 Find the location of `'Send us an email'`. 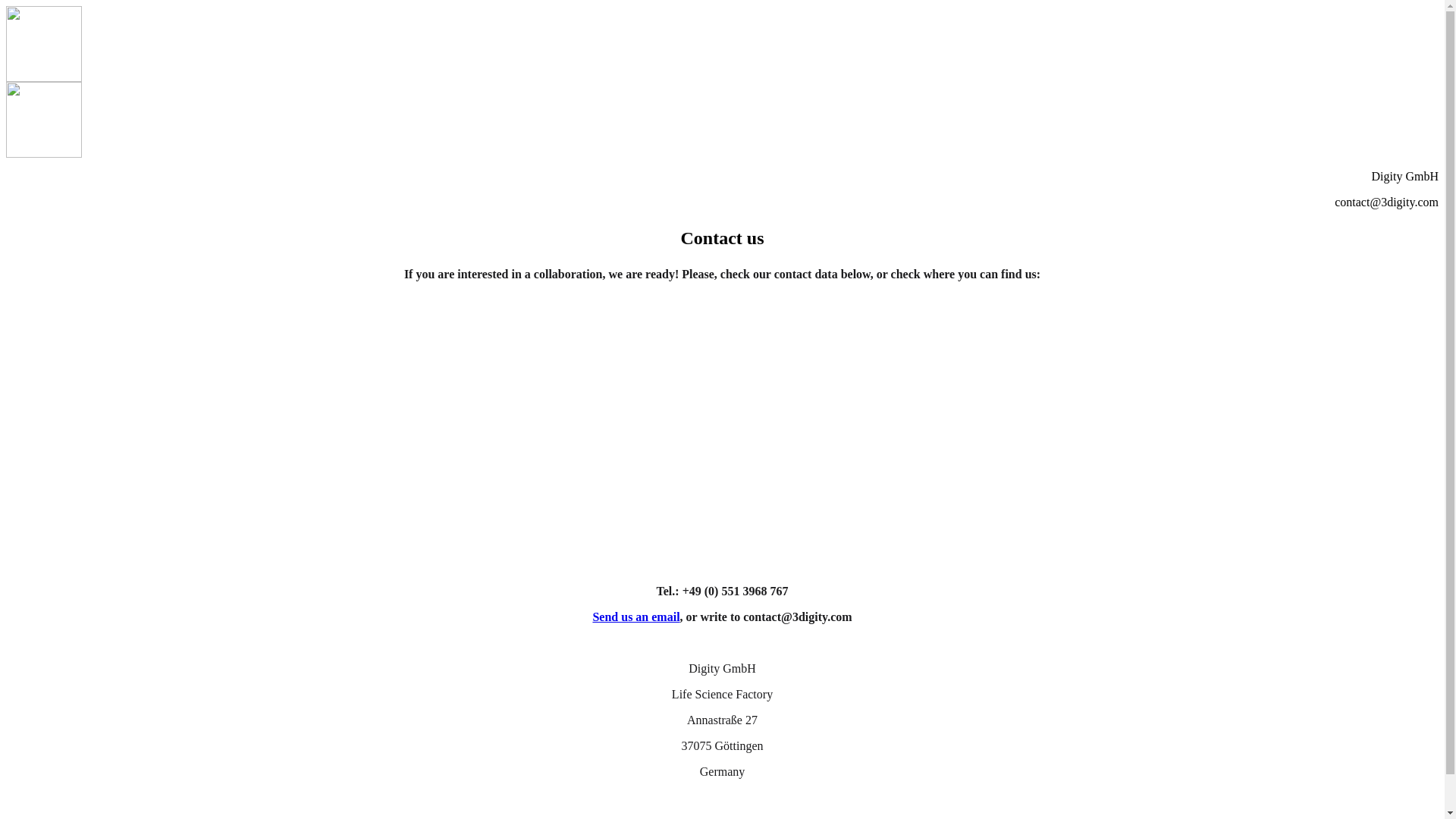

'Send us an email' is located at coordinates (591, 617).